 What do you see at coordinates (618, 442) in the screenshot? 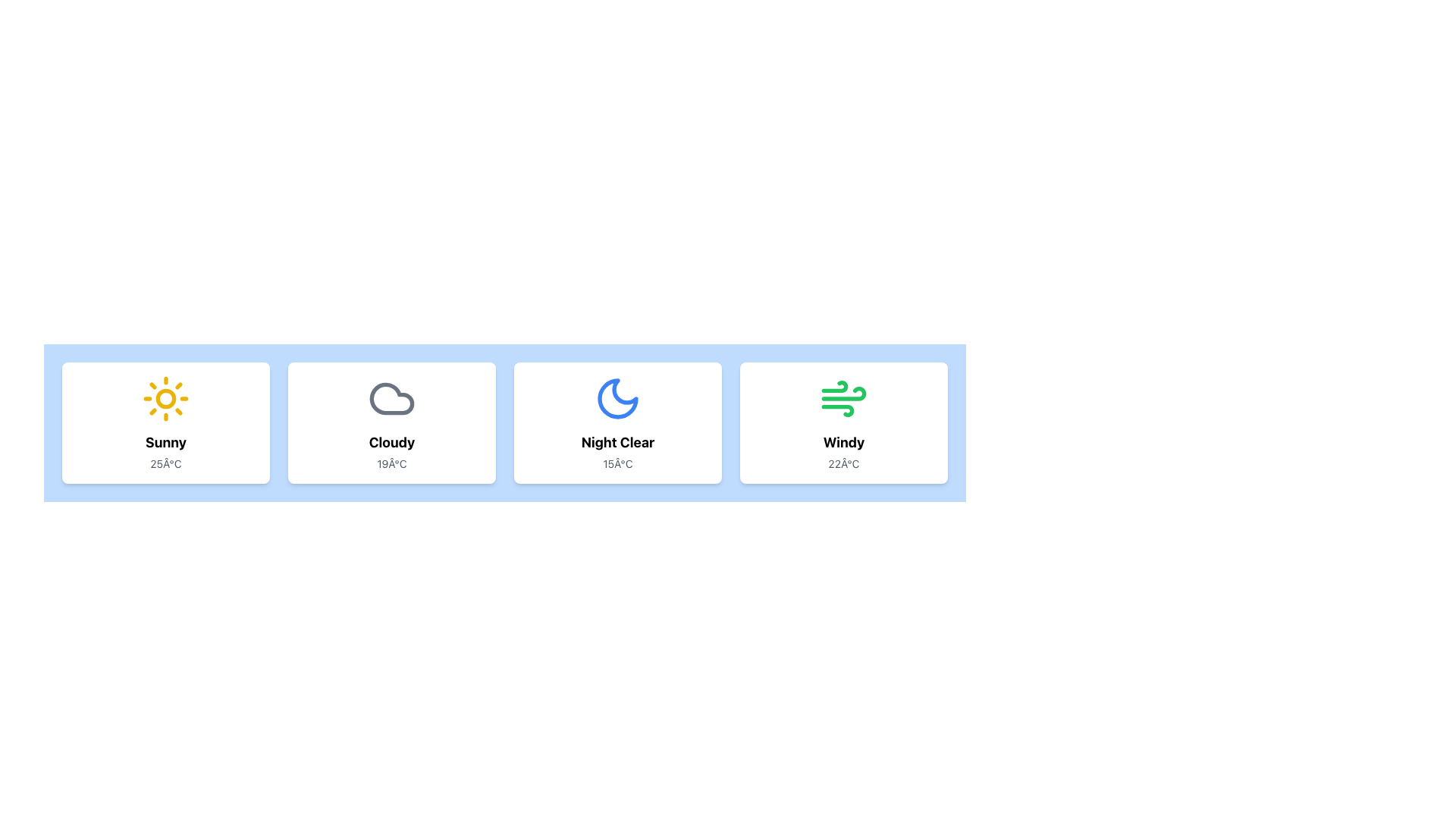
I see `the text label for the weather condition titled 'Night Clear', which is the third title in a horizontal list of weather cards, positioned below a crescent moon icon and above the temperature text '15°C'` at bounding box center [618, 442].